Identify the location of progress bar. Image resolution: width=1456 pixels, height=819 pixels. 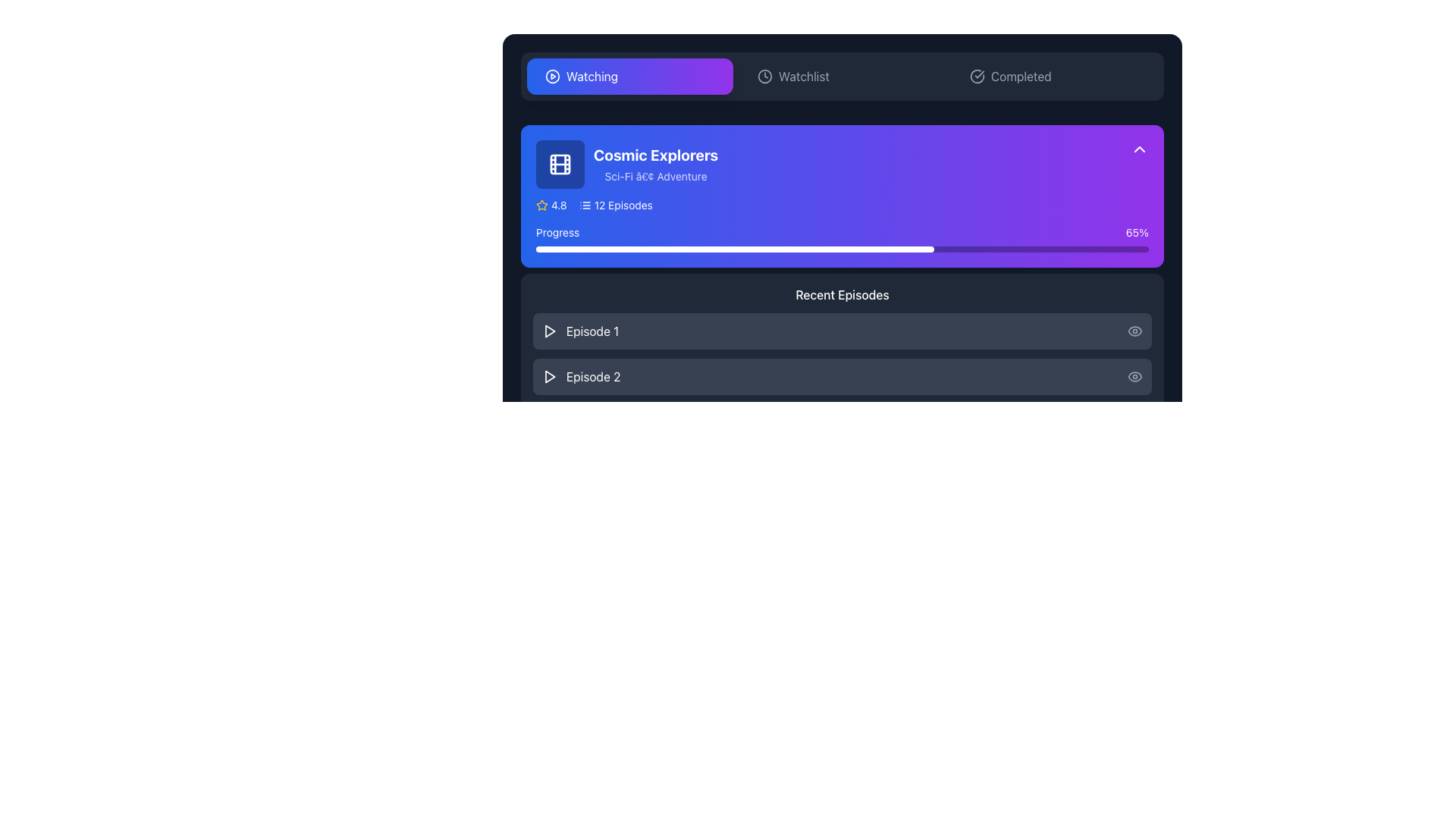
(934, 248).